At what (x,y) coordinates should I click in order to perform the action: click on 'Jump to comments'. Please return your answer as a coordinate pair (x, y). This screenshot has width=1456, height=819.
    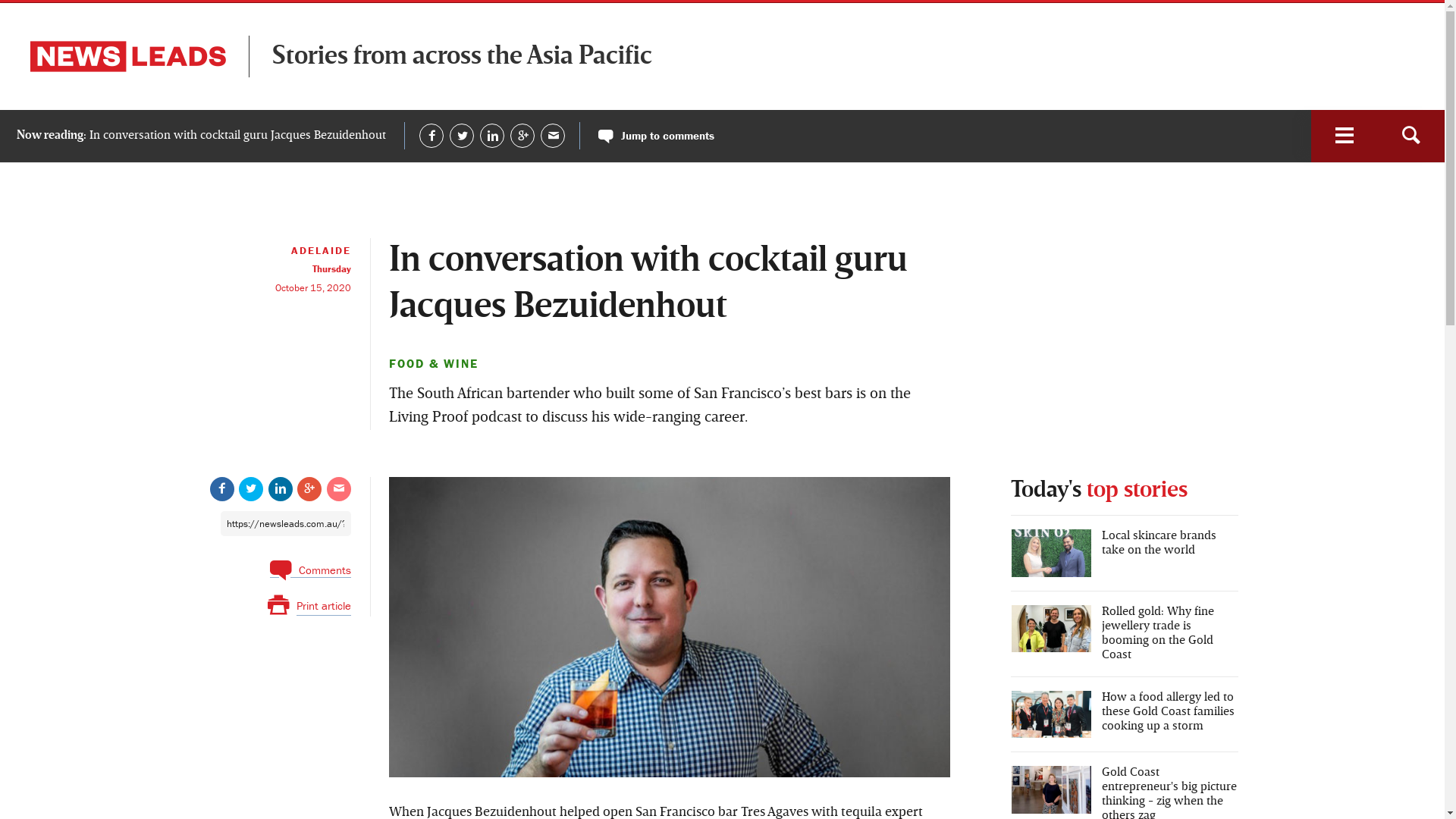
    Looking at the image, I should click on (656, 134).